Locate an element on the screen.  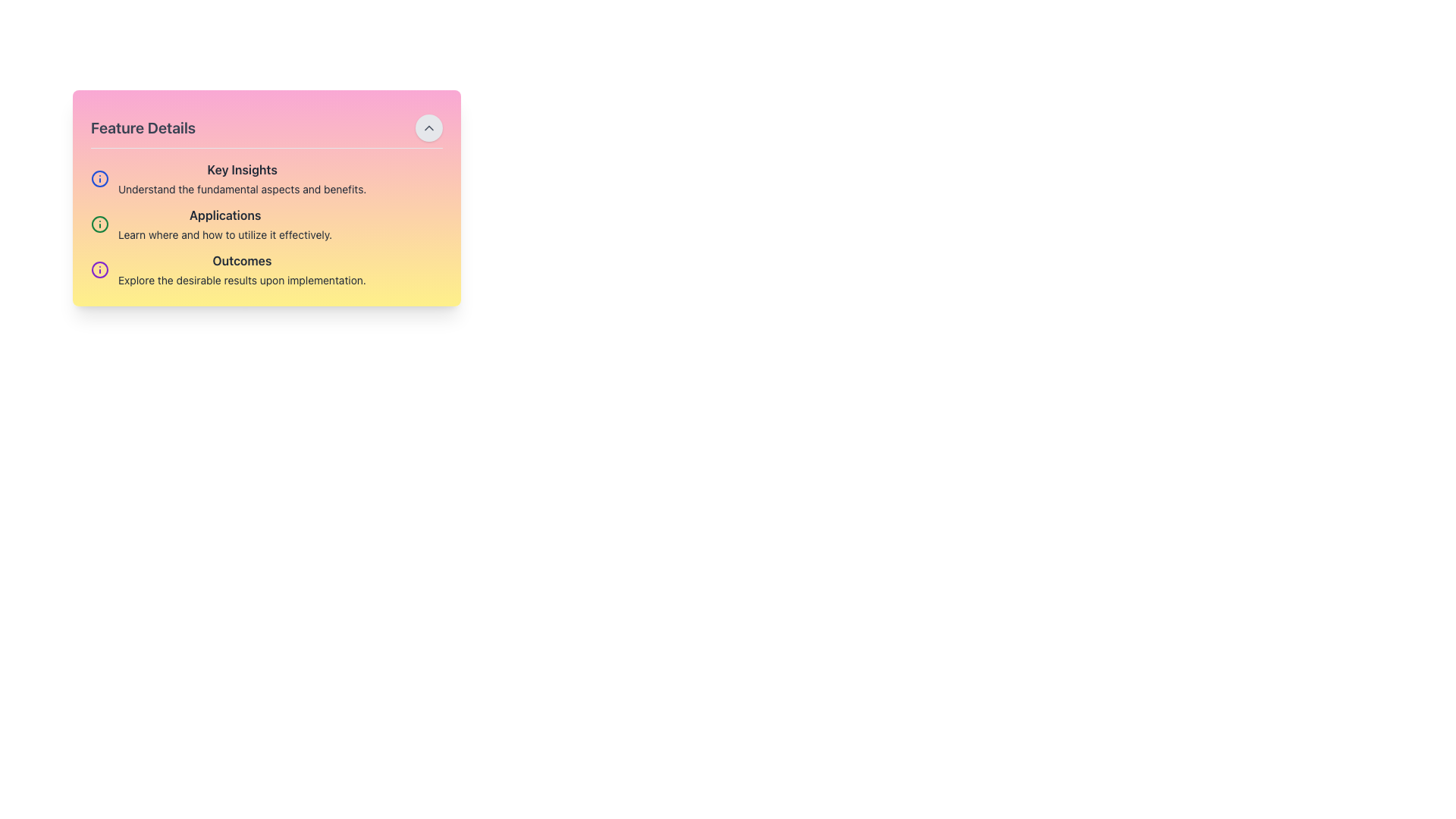
the circular button with a light gray background and upward-pointing chevron icon located at the top-right corner of the 'Feature Details' panel to change its background color is located at coordinates (428, 127).